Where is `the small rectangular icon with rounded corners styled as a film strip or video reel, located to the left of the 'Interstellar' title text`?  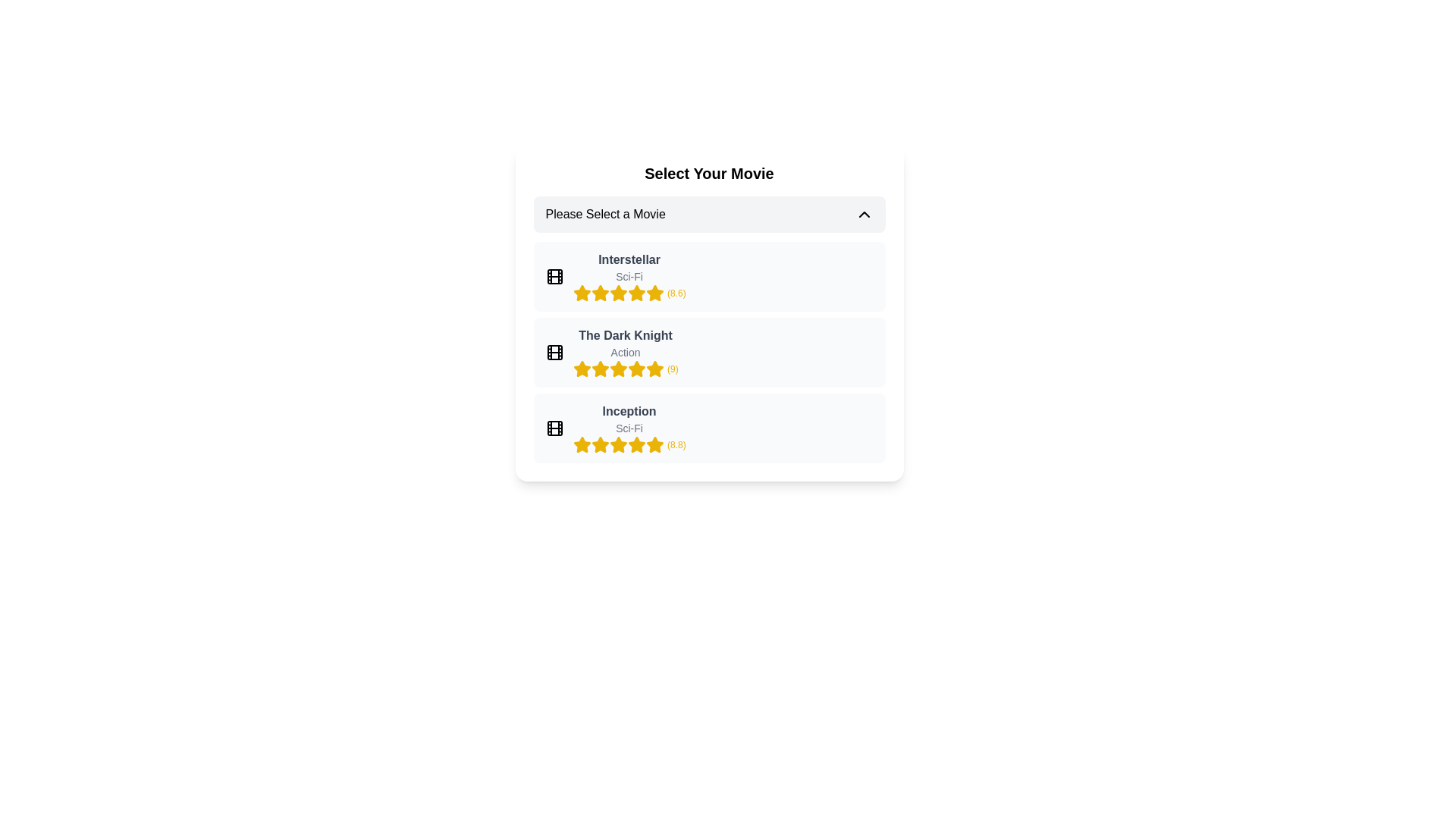
the small rectangular icon with rounded corners styled as a film strip or video reel, located to the left of the 'Interstellar' title text is located at coordinates (554, 277).